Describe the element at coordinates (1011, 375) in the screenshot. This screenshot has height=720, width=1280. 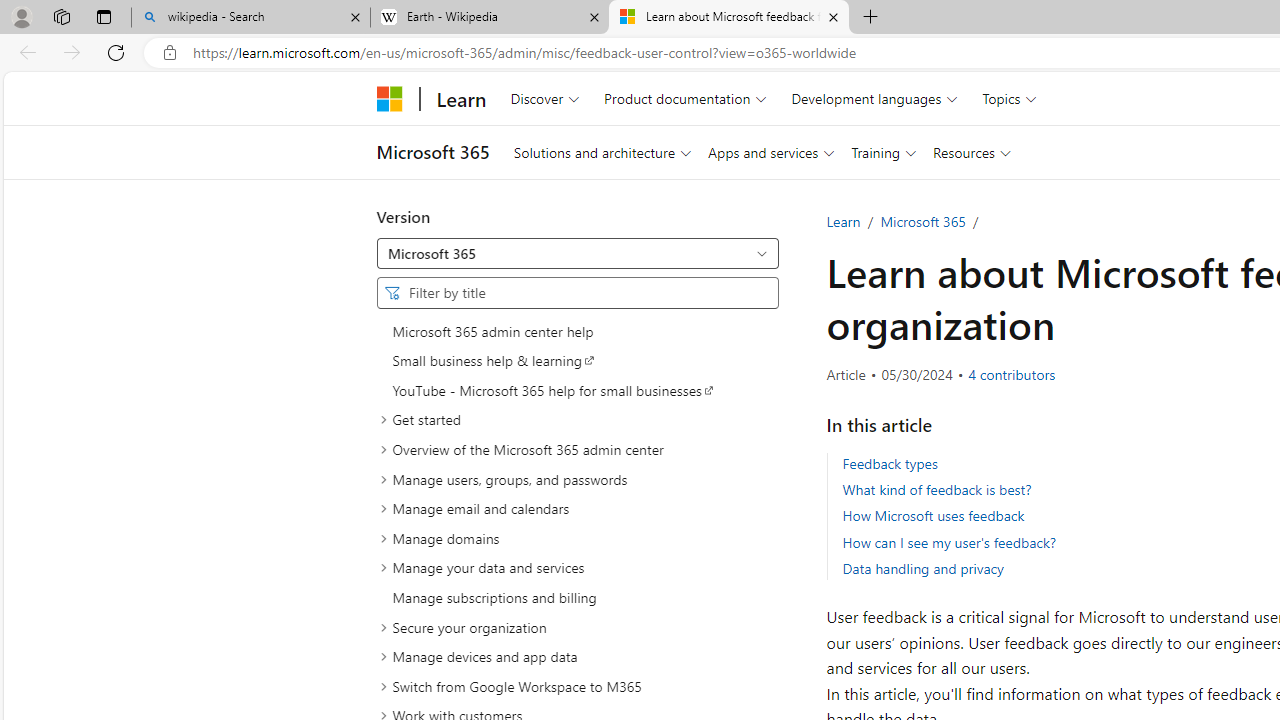
I see `'4 contributors'` at that location.